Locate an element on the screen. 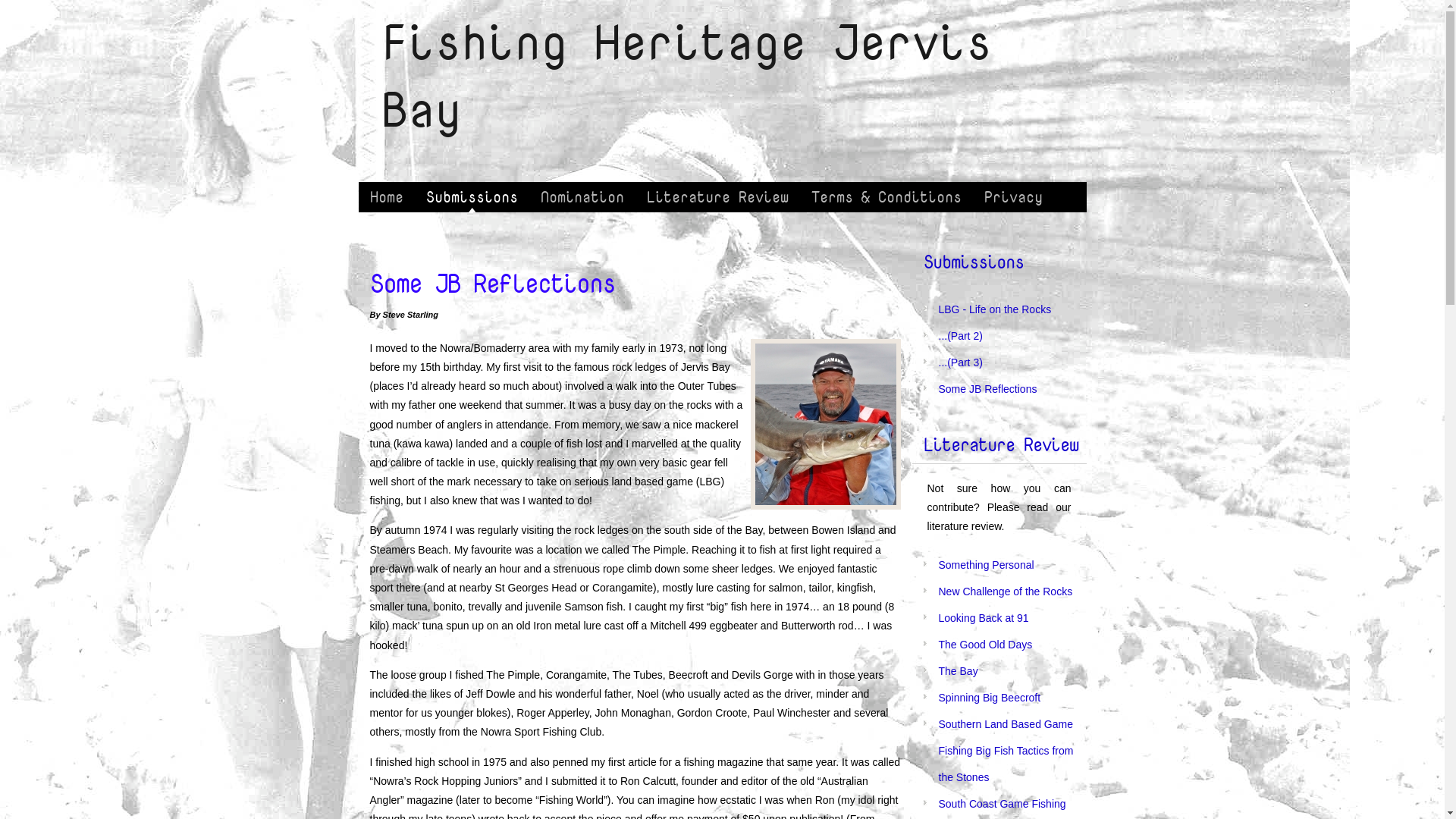  '...(Part 2)' is located at coordinates (960, 335).